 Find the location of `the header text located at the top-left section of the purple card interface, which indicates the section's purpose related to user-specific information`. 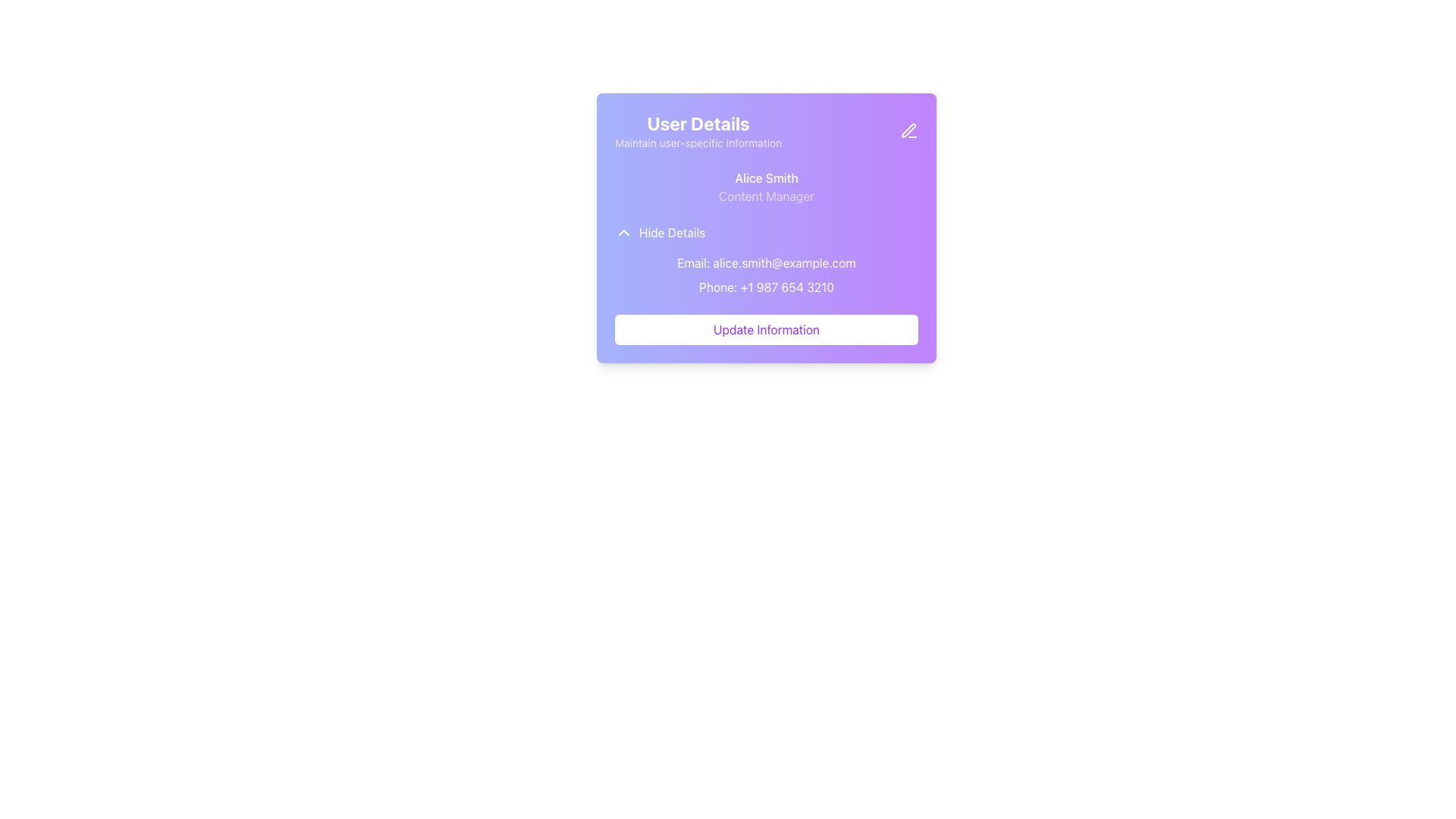

the header text located at the top-left section of the purple card interface, which indicates the section's purpose related to user-specific information is located at coordinates (698, 122).